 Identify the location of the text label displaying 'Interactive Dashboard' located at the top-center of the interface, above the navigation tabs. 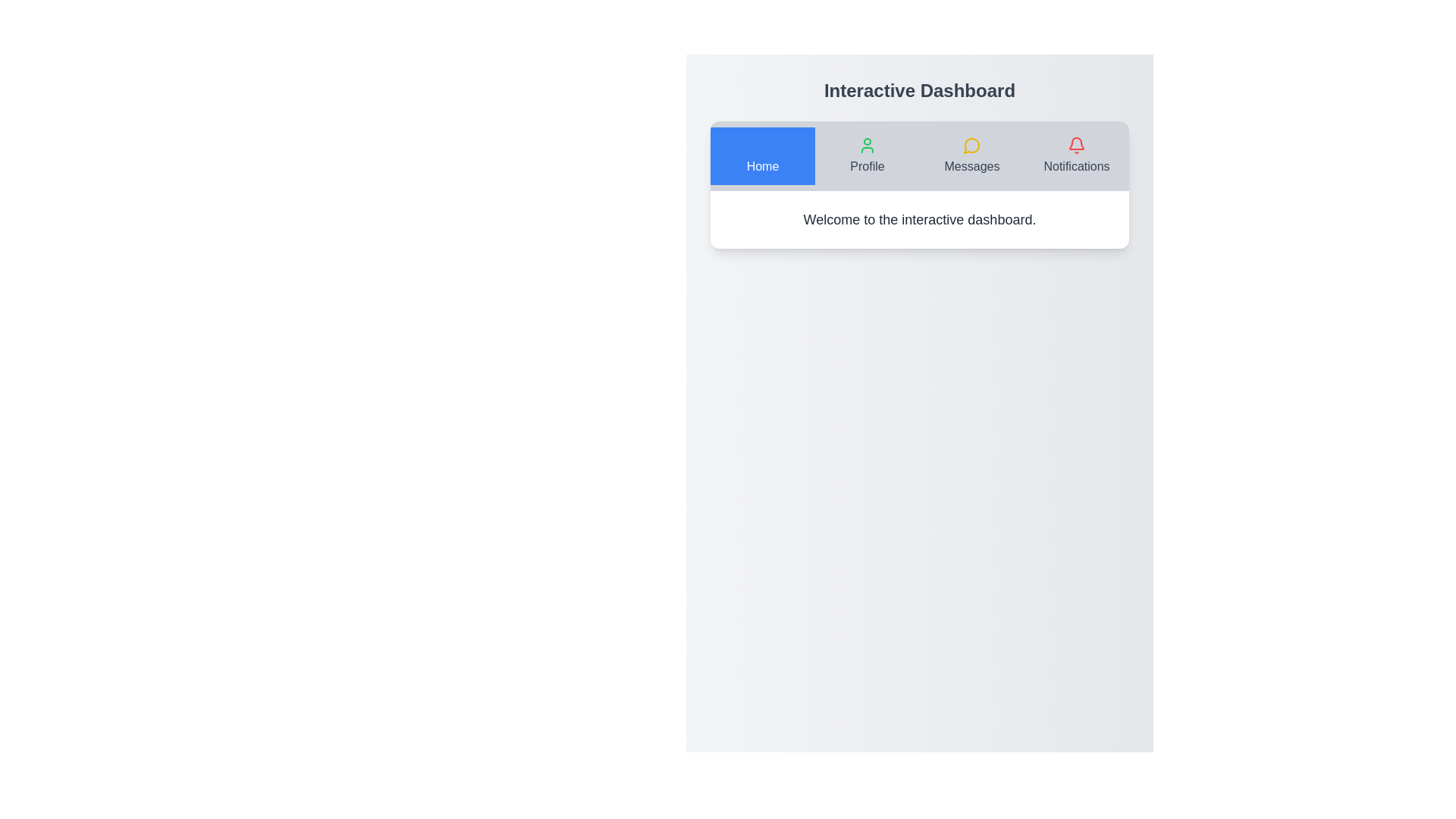
(919, 90).